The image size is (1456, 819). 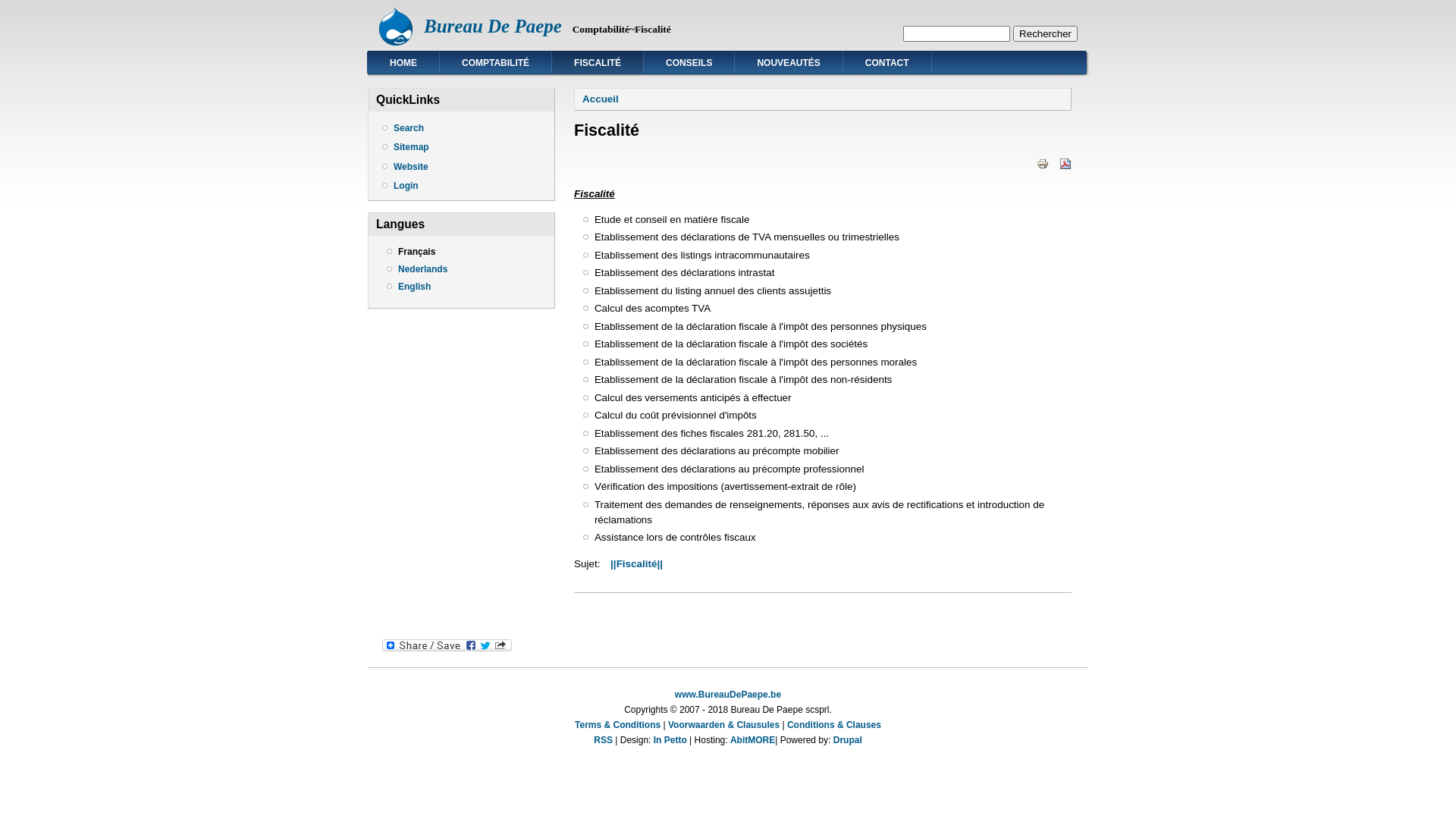 What do you see at coordinates (1063, 164) in the screenshot?
I see `'version PDF'` at bounding box center [1063, 164].